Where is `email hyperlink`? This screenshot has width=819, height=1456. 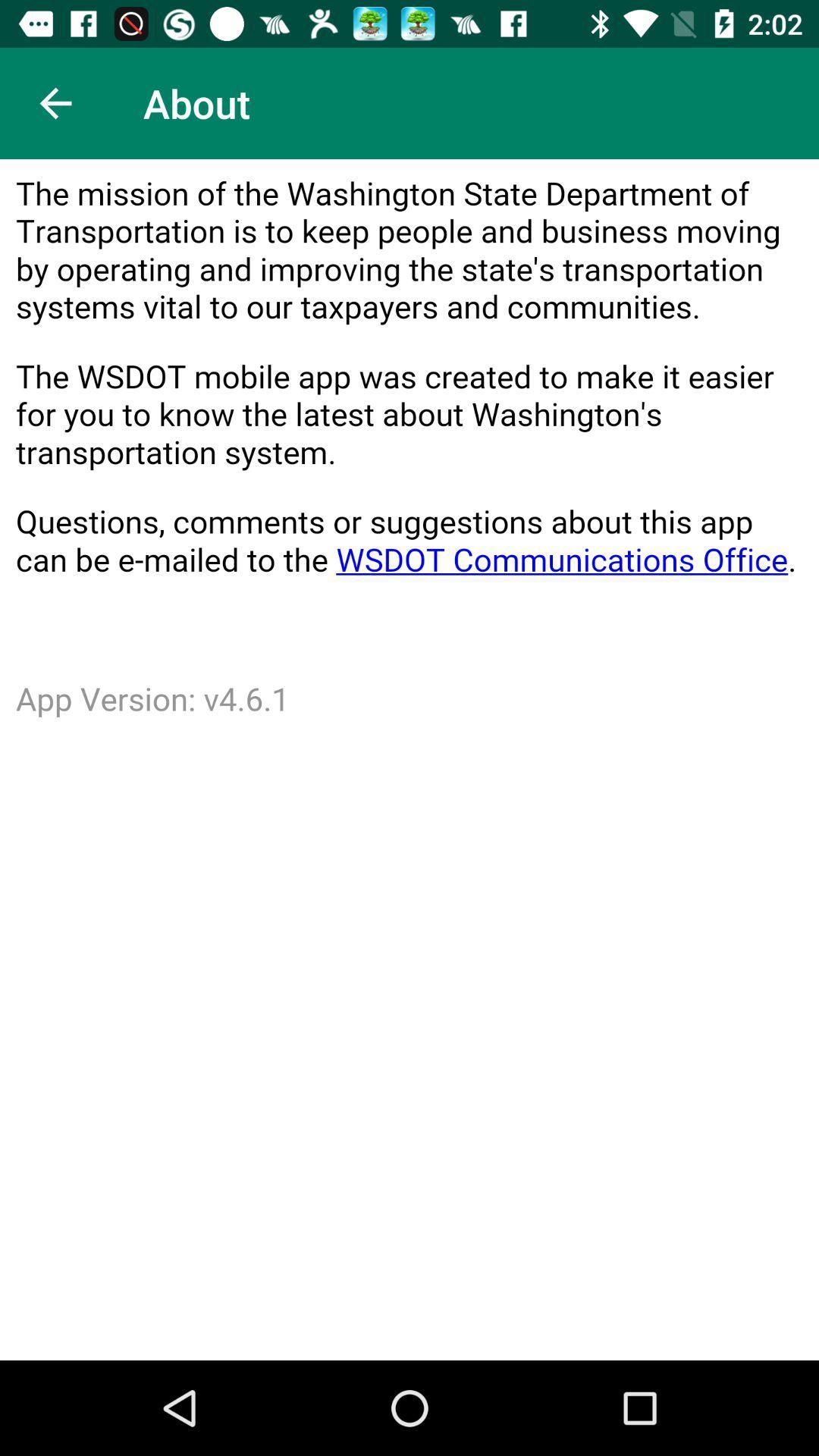 email hyperlink is located at coordinates (409, 760).